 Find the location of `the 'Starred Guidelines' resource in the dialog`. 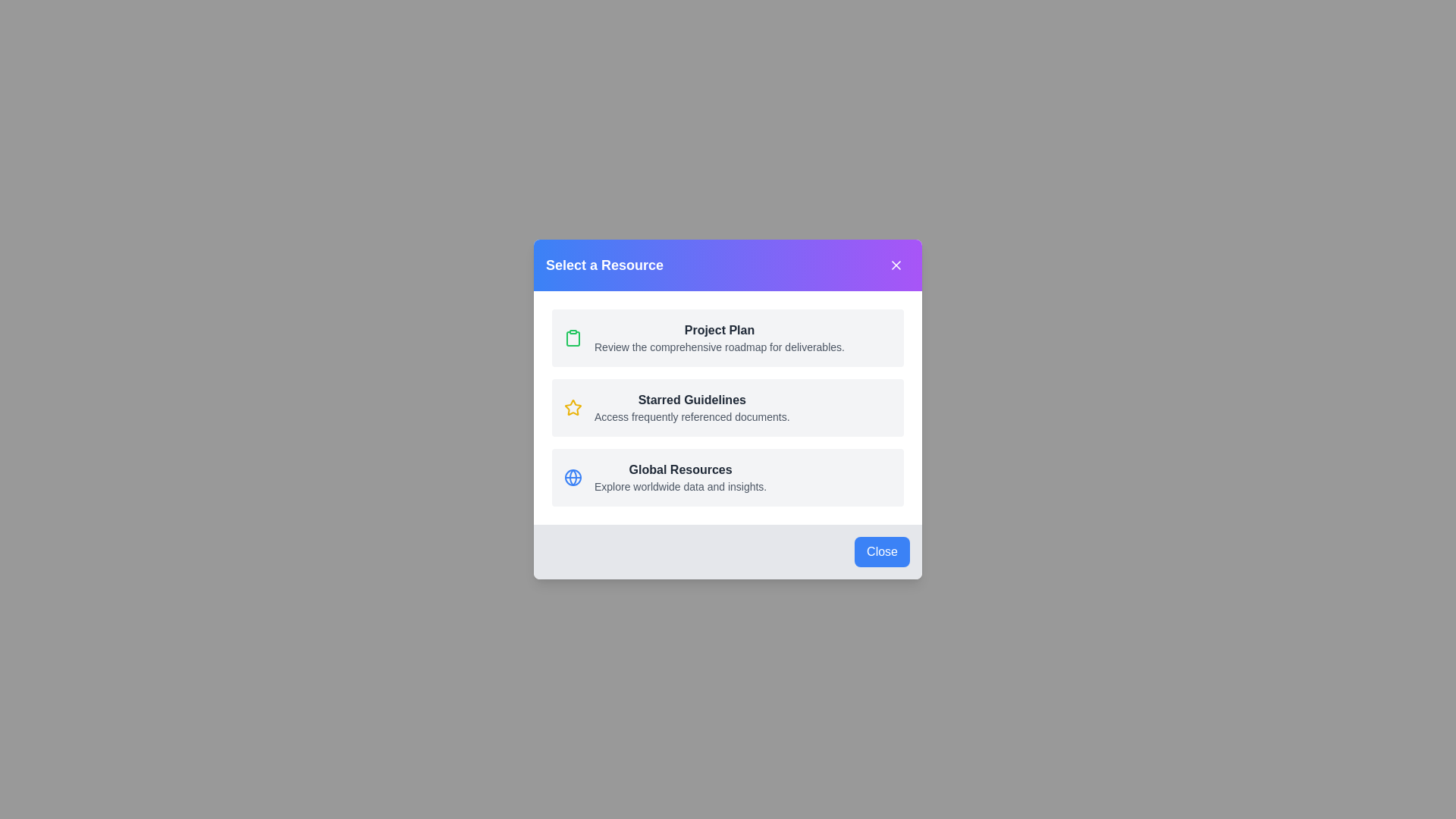

the 'Starred Guidelines' resource in the dialog is located at coordinates (728, 406).